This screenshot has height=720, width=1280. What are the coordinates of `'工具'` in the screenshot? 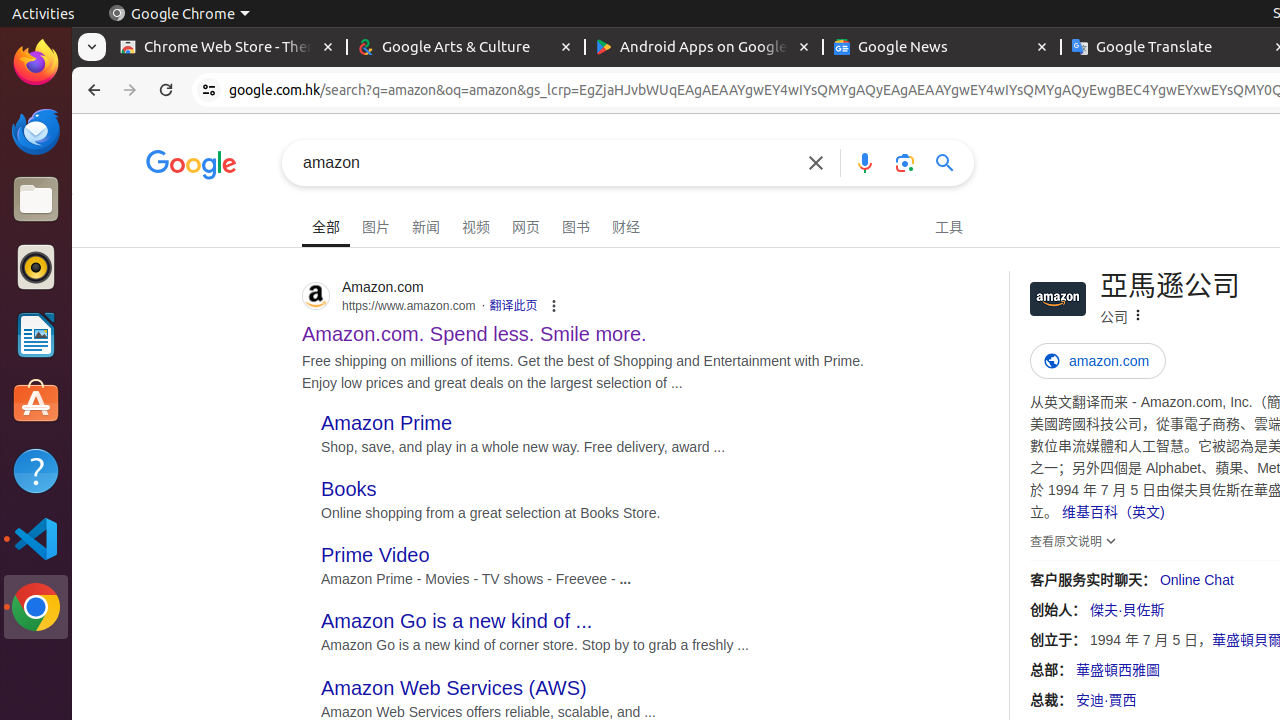 It's located at (947, 225).